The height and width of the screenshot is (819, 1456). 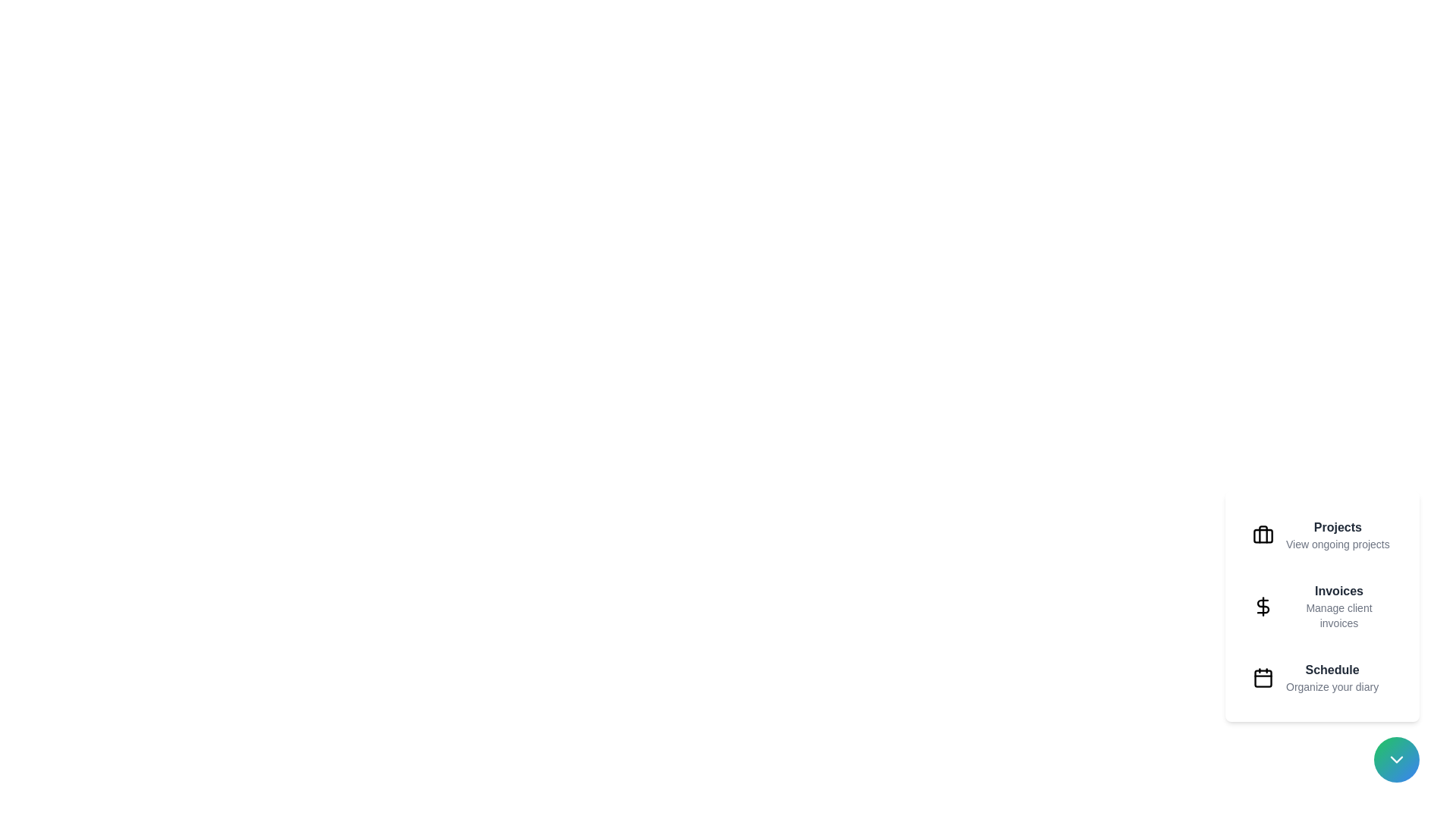 I want to click on the menu item corresponding to Schedule to navigate, so click(x=1321, y=677).